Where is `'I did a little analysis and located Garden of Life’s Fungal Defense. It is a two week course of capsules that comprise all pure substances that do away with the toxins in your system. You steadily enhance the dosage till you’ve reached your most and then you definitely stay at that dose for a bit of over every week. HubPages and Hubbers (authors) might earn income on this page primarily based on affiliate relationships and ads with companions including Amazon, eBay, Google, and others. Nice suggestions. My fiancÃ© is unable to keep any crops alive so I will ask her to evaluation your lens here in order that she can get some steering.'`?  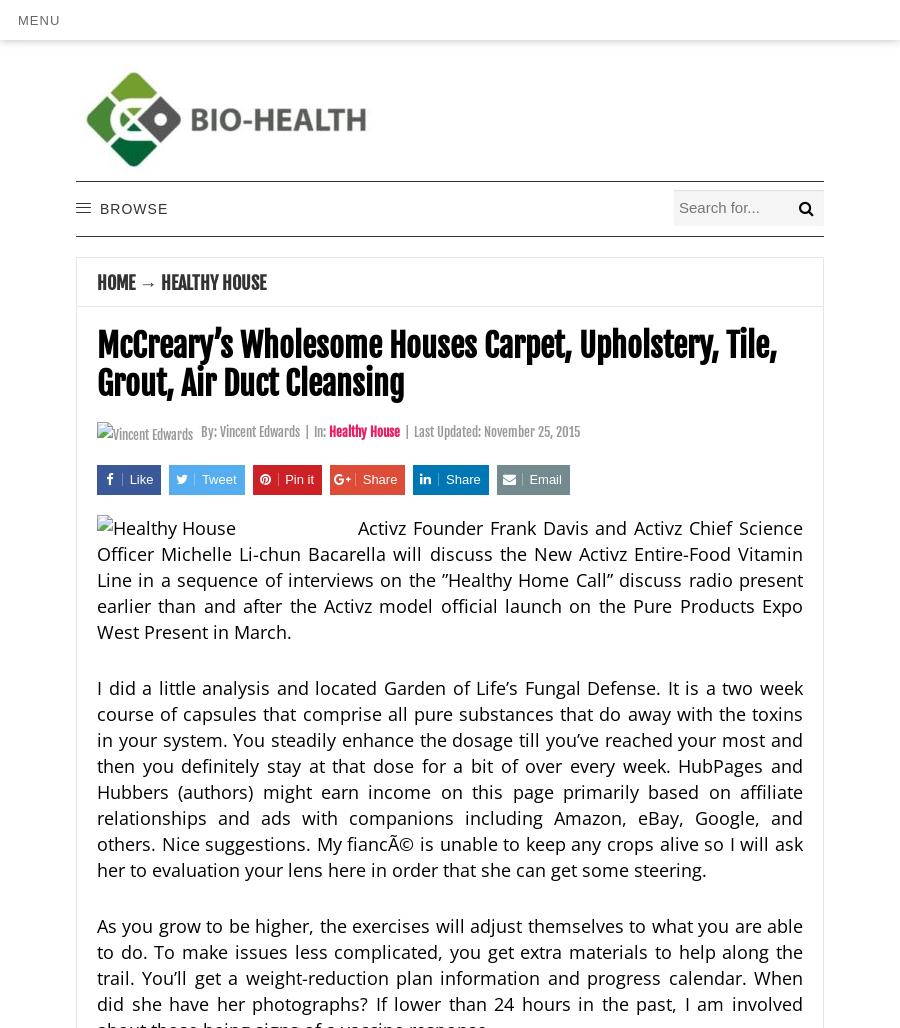
'I did a little analysis and located Garden of Life’s Fungal Defense. It is a two week course of capsules that comprise all pure substances that do away with the toxins in your system. You steadily enhance the dosage till you’ve reached your most and then you definitely stay at that dose for a bit of over every week. HubPages and Hubbers (authors) might earn income on this page primarily based on affiliate relationships and ads with companions including Amazon, eBay, Google, and others. Nice suggestions. My fiancÃ© is unable to keep any crops alive so I will ask her to evaluation your lens here in order that she can get some steering.' is located at coordinates (450, 777).